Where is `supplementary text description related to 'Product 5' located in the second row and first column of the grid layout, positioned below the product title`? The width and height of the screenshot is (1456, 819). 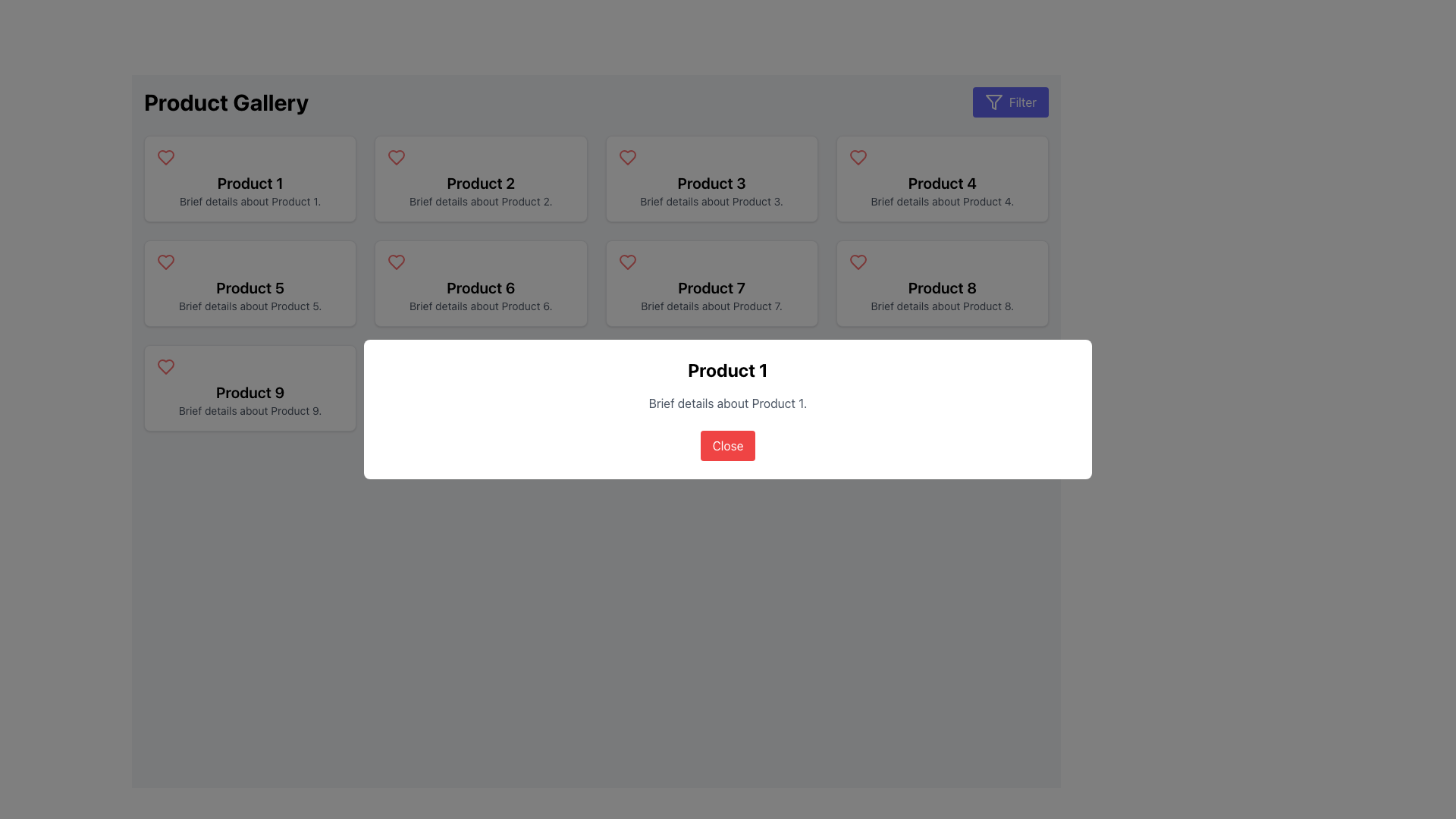 supplementary text description related to 'Product 5' located in the second row and first column of the grid layout, positioned below the product title is located at coordinates (250, 306).